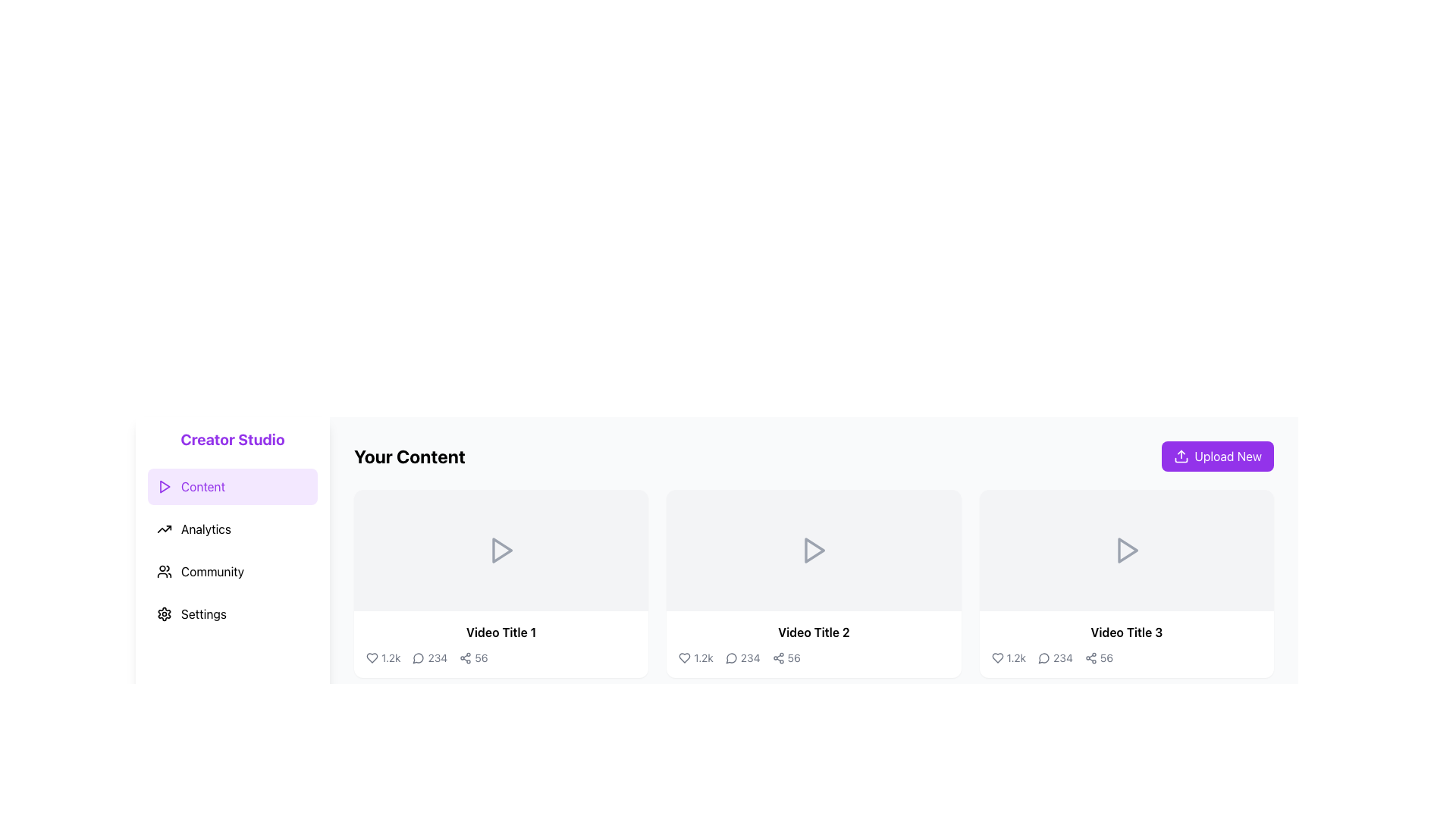 The width and height of the screenshot is (1456, 819). Describe the element at coordinates (206, 529) in the screenshot. I see `the 'Analytics' text link in the navigation menu for keyboard navigation` at that location.